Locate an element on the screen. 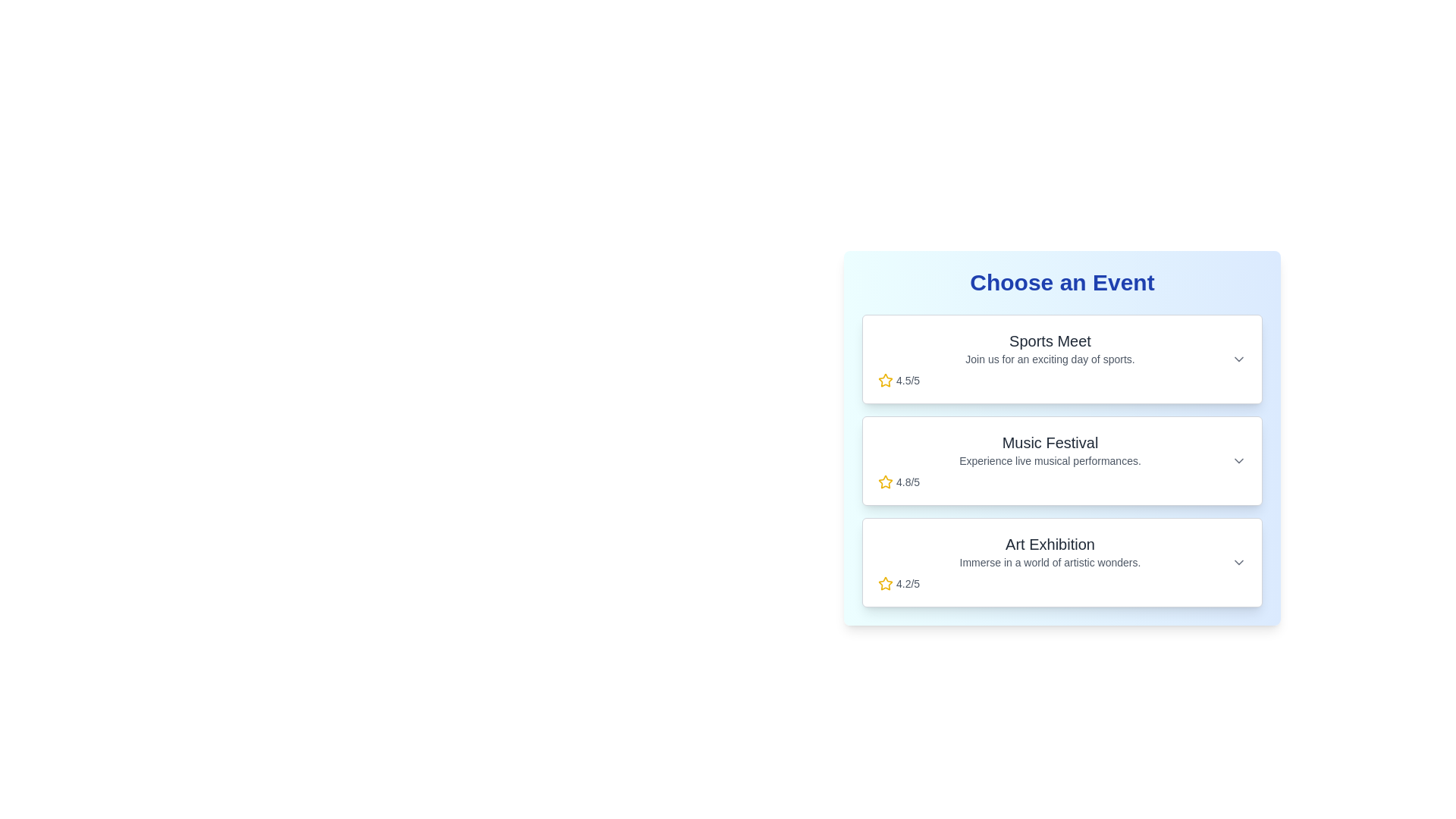  the text label that says 'Experience live musical performances.' which is styled in a smaller gray font and located below the 'Music Festival' heading is located at coordinates (1050, 460).